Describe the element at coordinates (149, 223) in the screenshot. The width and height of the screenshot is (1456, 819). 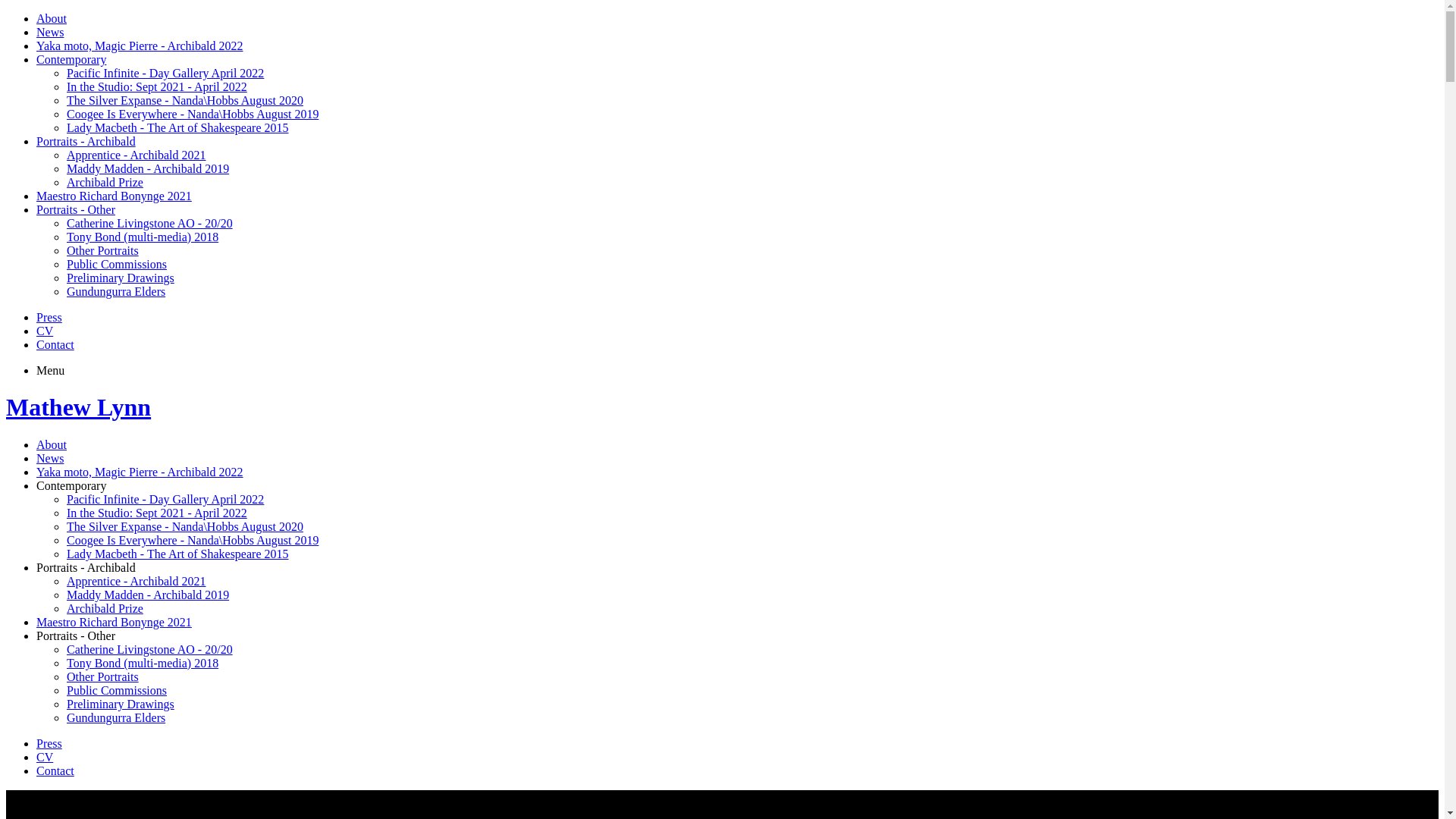
I see `'Catherine Livingstone AO - 20/20'` at that location.